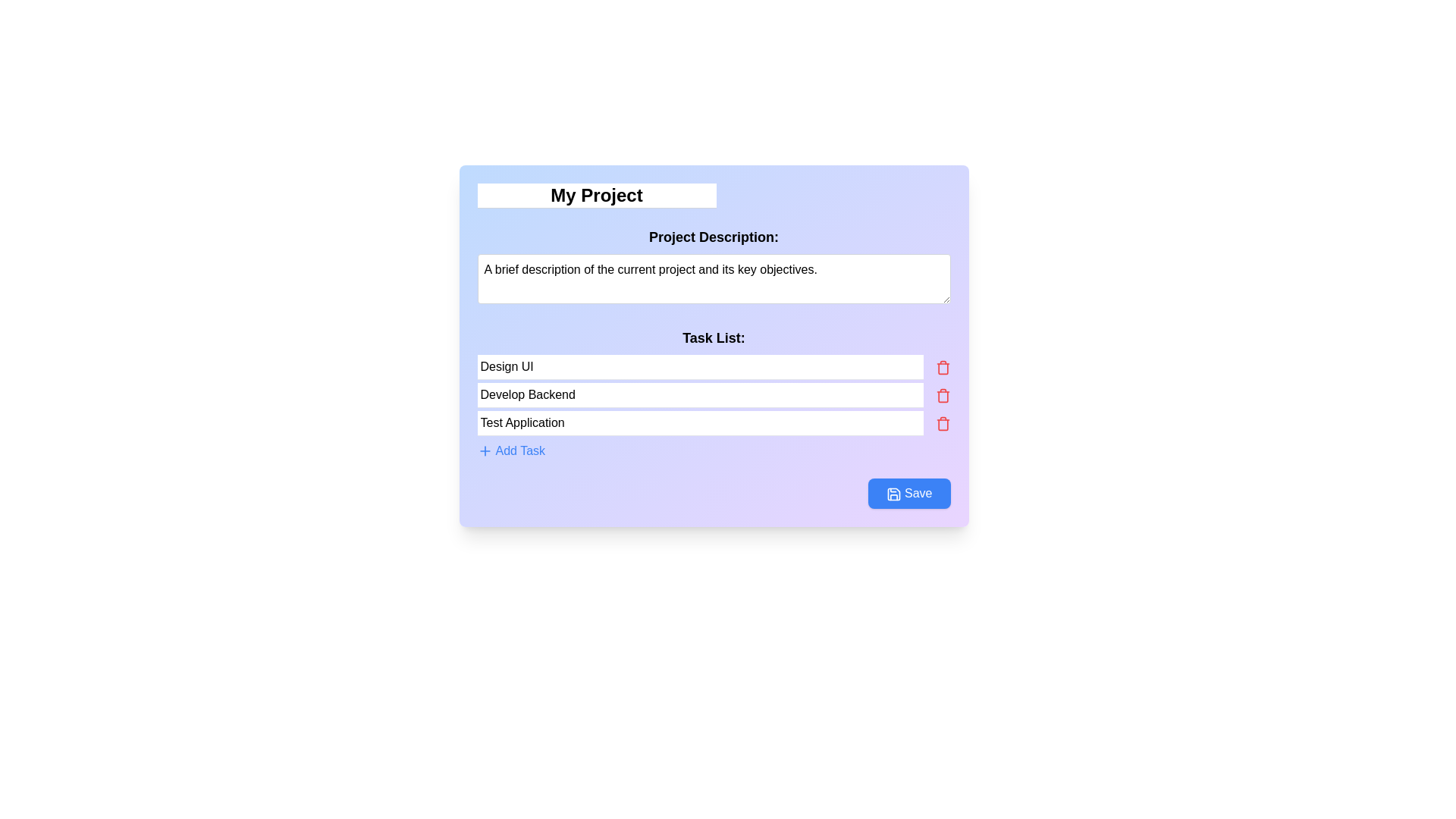 The width and height of the screenshot is (1456, 819). What do you see at coordinates (520, 450) in the screenshot?
I see `the 'Add Task' text, which is styled in blue and positioned next to a '+' symbol, to initiate adding a new task` at bounding box center [520, 450].